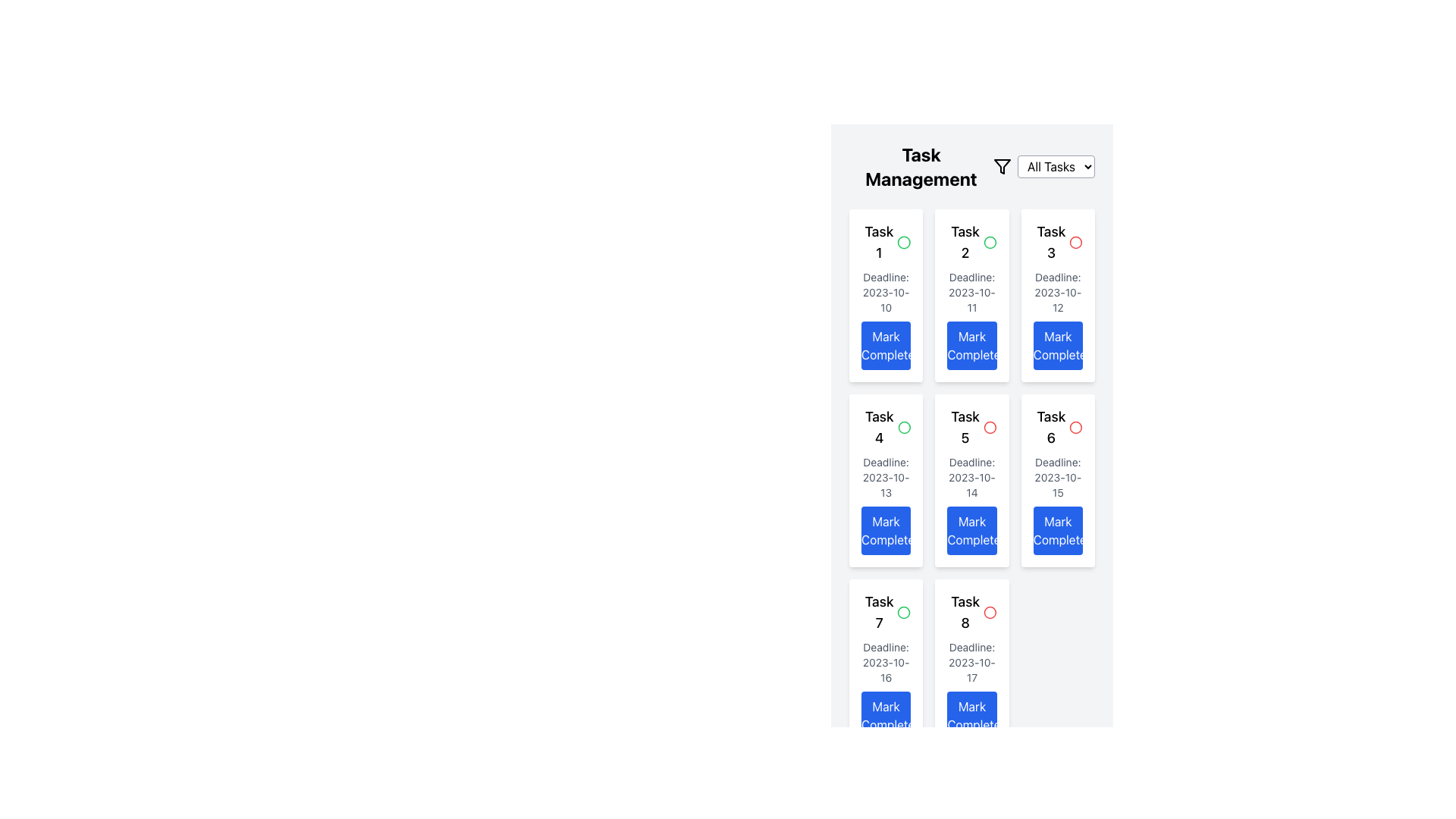 The width and height of the screenshot is (1456, 819). Describe the element at coordinates (879, 427) in the screenshot. I see `the 'Task 4' text label, which is located in the fourth task box in the task management grid layout and signifies an important title` at that location.